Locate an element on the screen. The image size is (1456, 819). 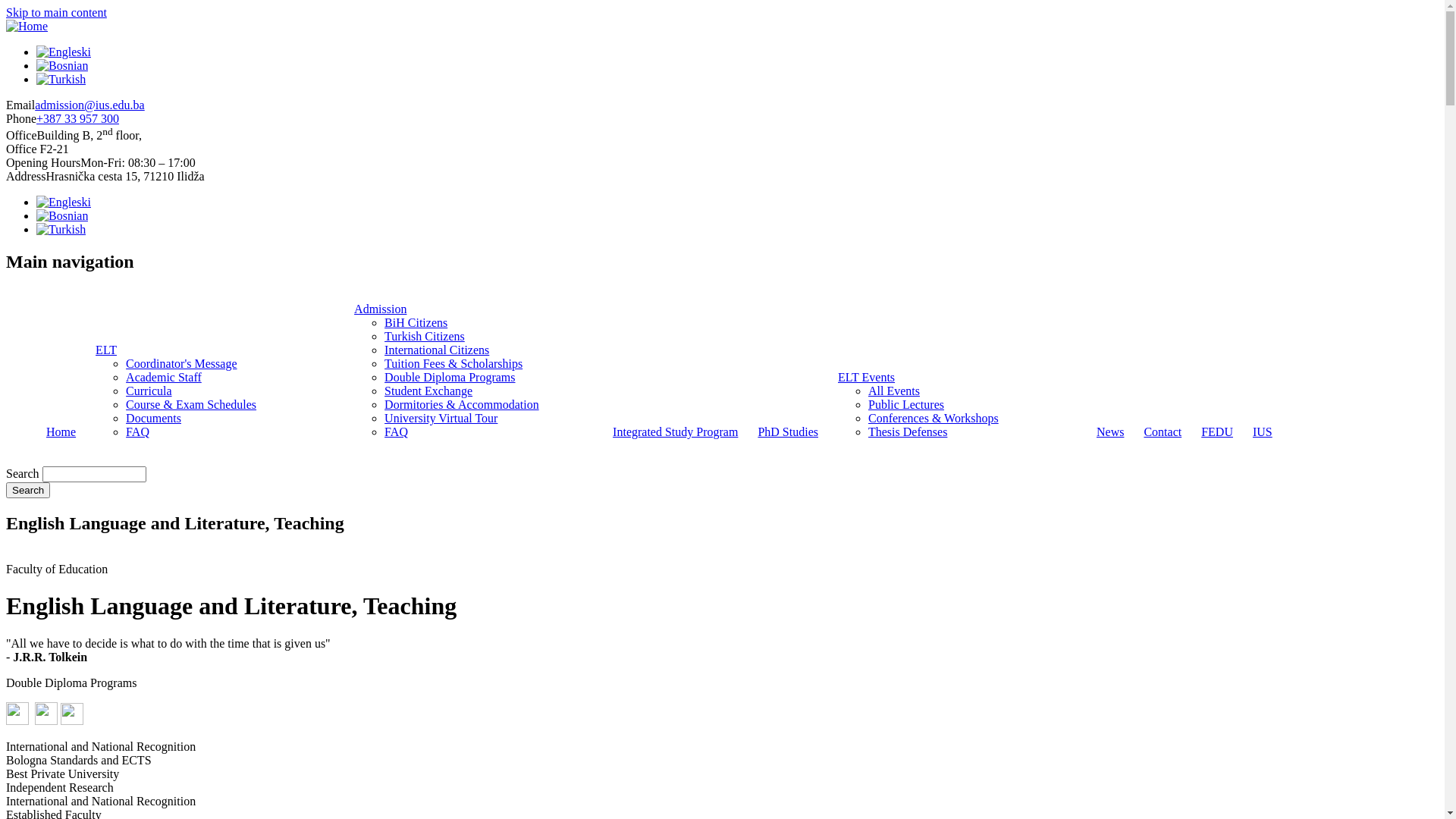
'Bosnian' is located at coordinates (61, 216).